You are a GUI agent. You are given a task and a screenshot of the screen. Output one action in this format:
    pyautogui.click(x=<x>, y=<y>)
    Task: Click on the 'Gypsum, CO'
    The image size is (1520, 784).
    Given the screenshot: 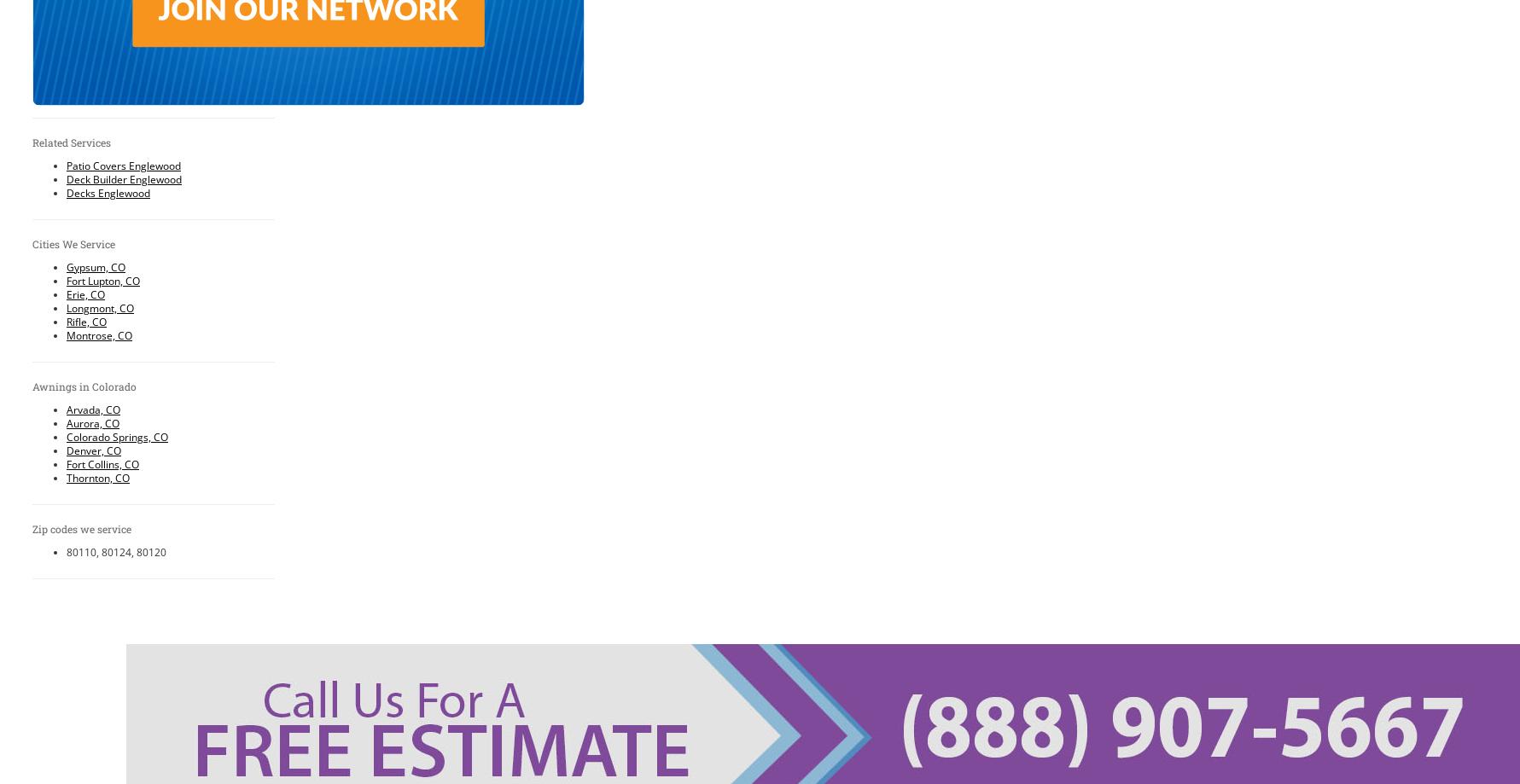 What is the action you would take?
    pyautogui.click(x=95, y=265)
    